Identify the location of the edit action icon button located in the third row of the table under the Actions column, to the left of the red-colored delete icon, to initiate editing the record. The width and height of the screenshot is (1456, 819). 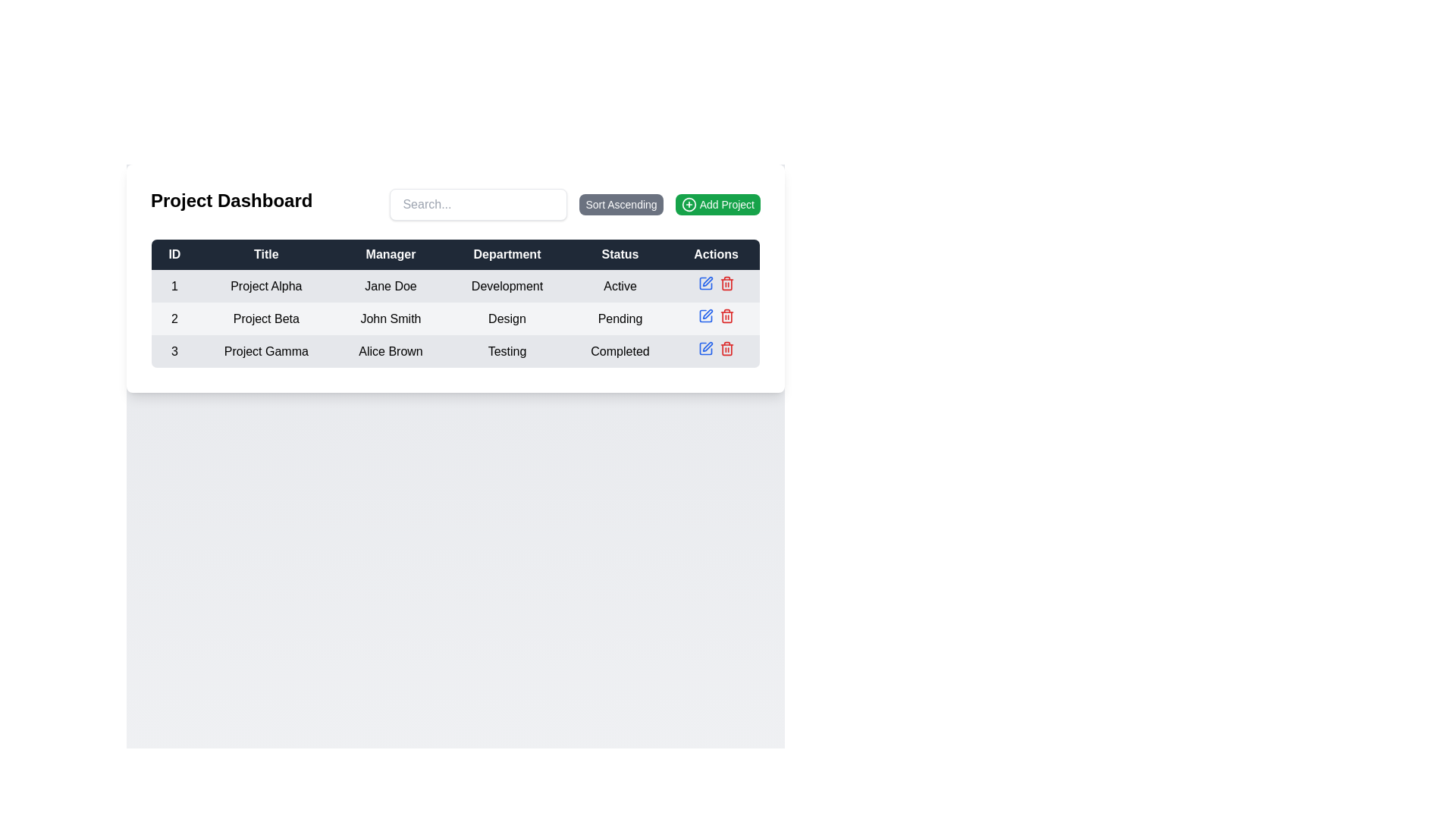
(704, 348).